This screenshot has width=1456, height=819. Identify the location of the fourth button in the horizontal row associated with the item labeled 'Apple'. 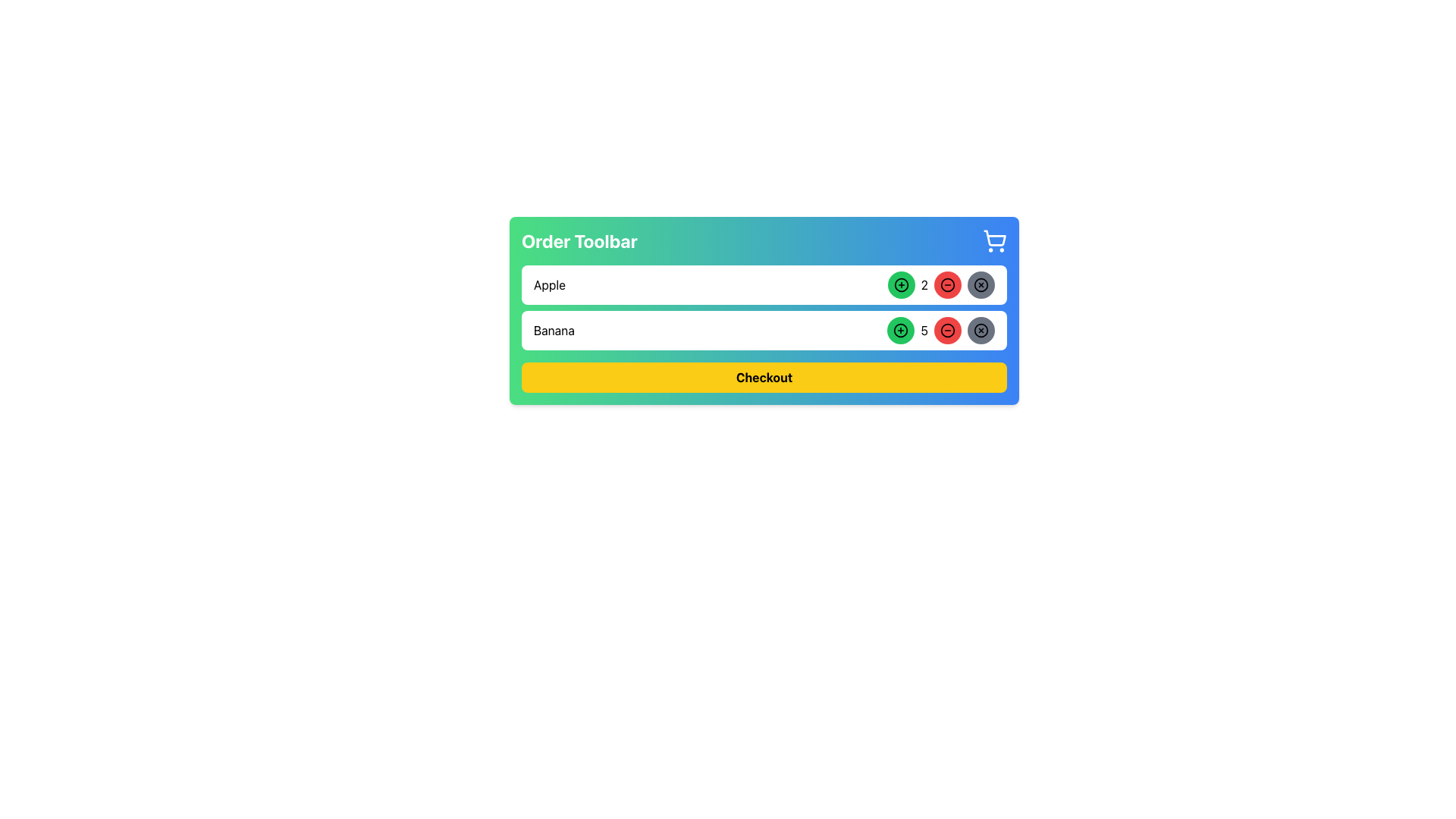
(981, 284).